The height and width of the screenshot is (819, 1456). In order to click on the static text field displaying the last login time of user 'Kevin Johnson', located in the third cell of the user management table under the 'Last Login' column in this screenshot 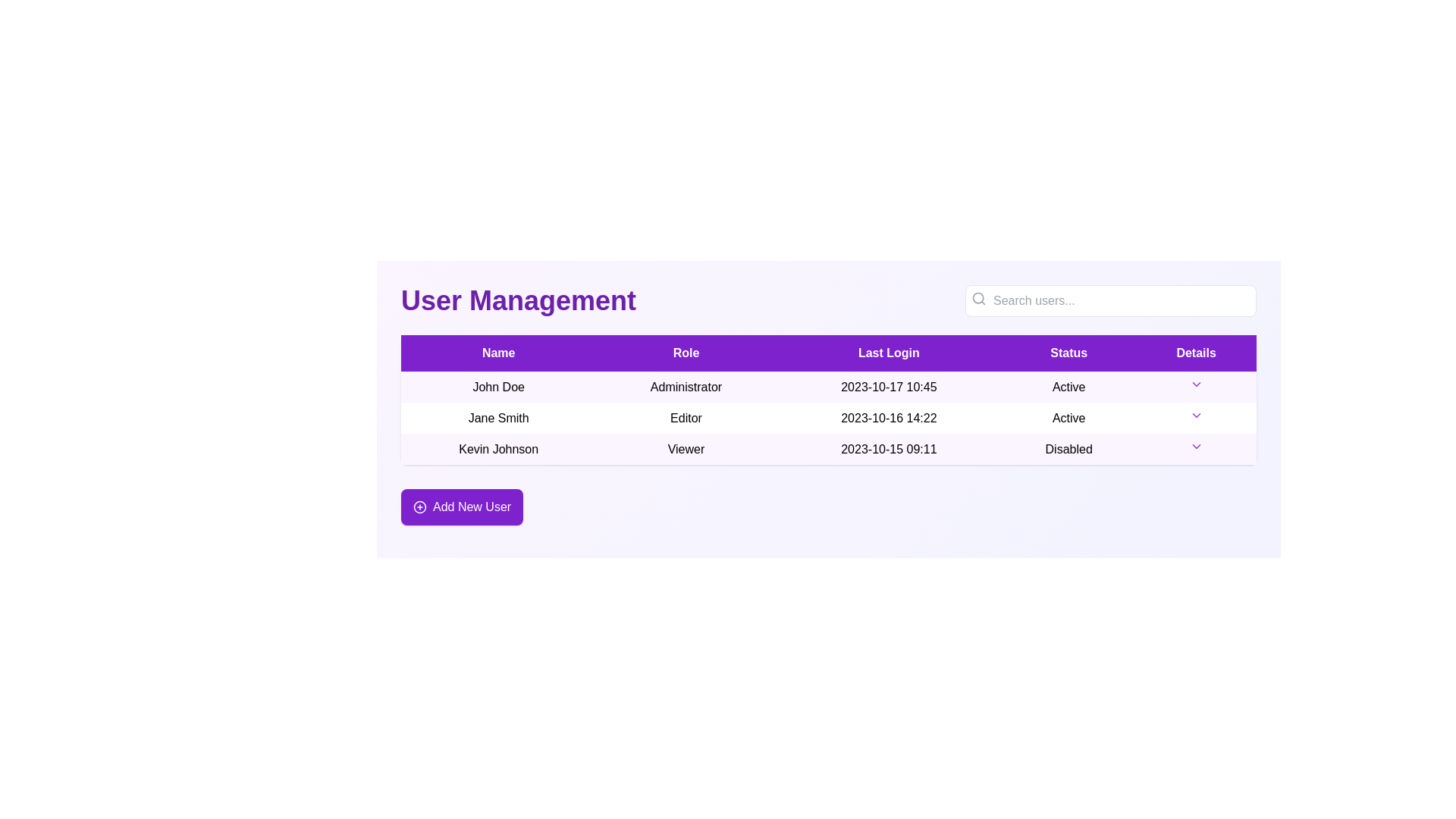, I will do `click(889, 448)`.